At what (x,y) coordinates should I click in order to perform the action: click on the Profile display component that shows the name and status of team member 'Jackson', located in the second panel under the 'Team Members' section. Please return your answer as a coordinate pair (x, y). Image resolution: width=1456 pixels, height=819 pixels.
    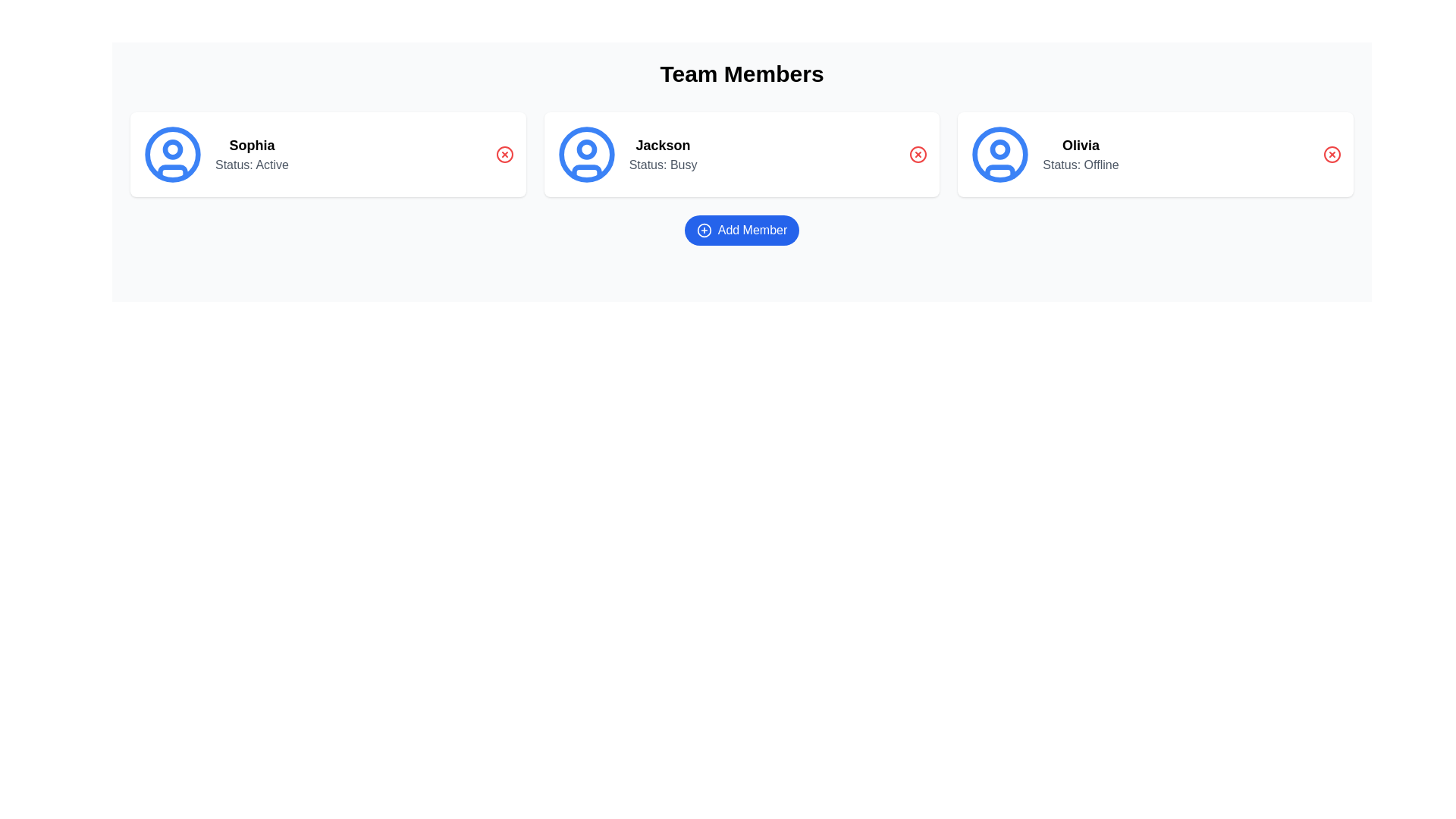
    Looking at the image, I should click on (626, 155).